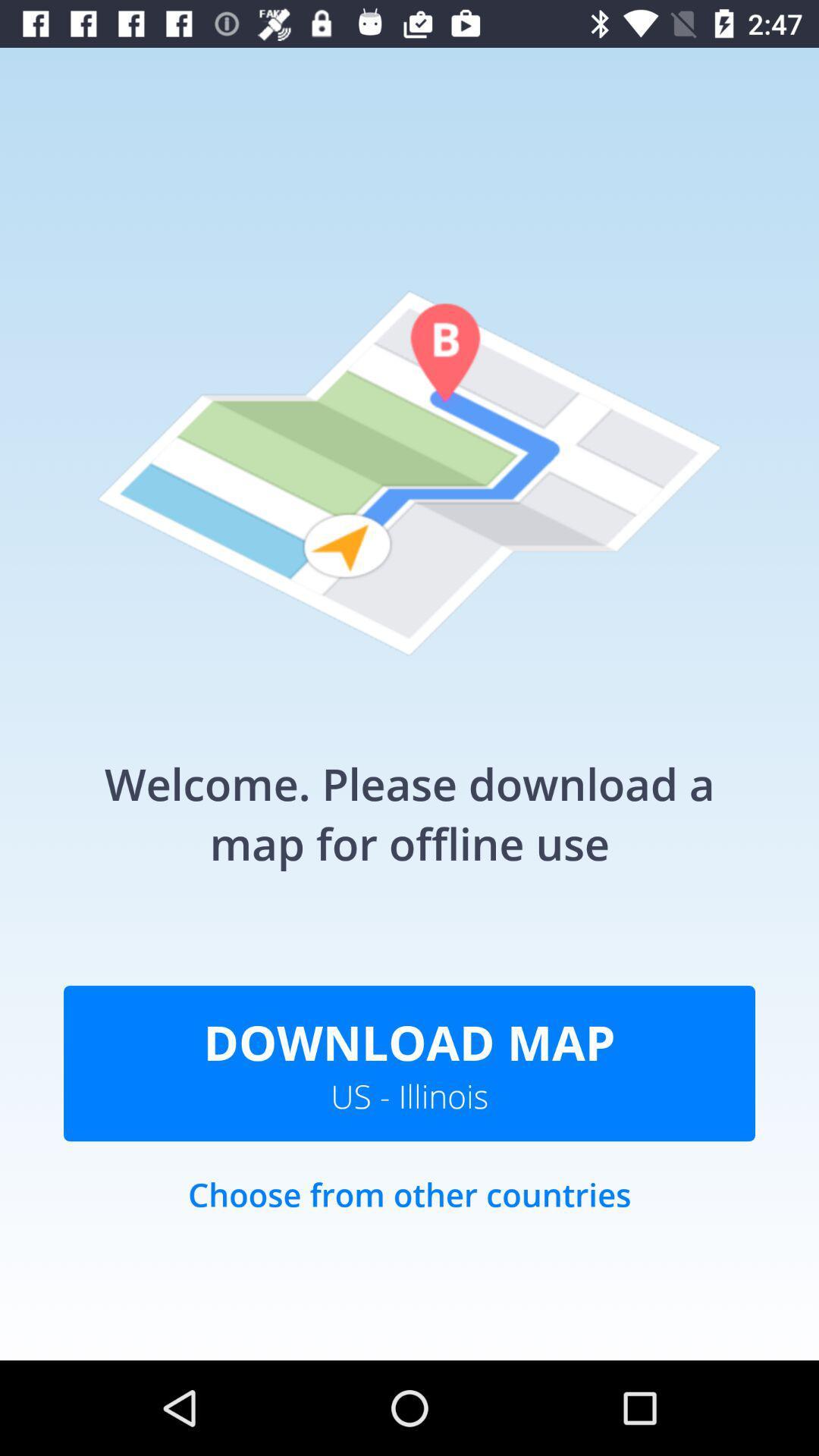  Describe the element at coordinates (409, 1210) in the screenshot. I see `choose from other icon` at that location.